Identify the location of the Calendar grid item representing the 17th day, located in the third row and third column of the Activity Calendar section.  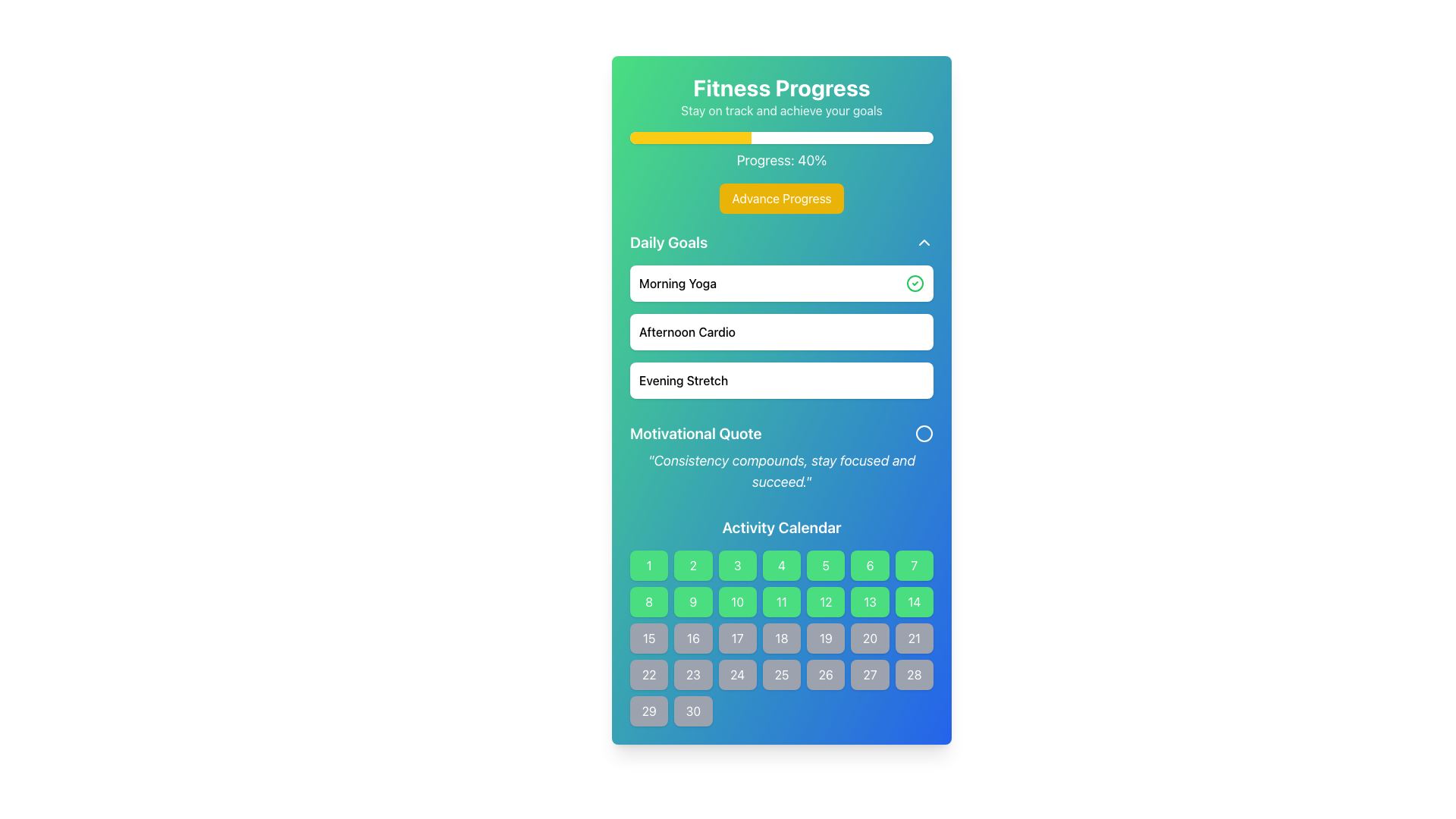
(737, 638).